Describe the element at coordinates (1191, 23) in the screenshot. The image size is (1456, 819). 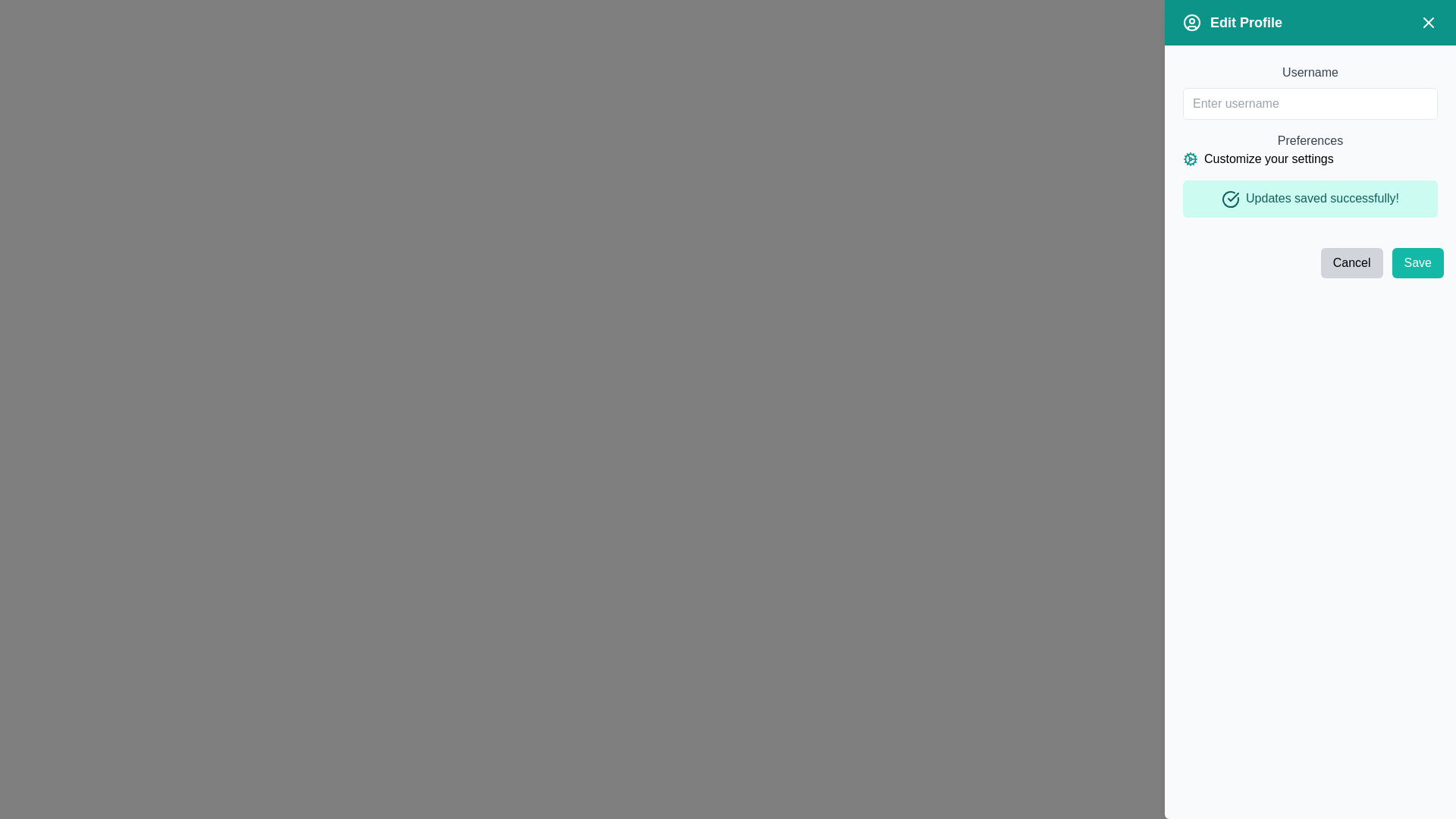
I see `the user profile picture icon located at the top left of the interface, next to the 'Edit Profile' text` at that location.